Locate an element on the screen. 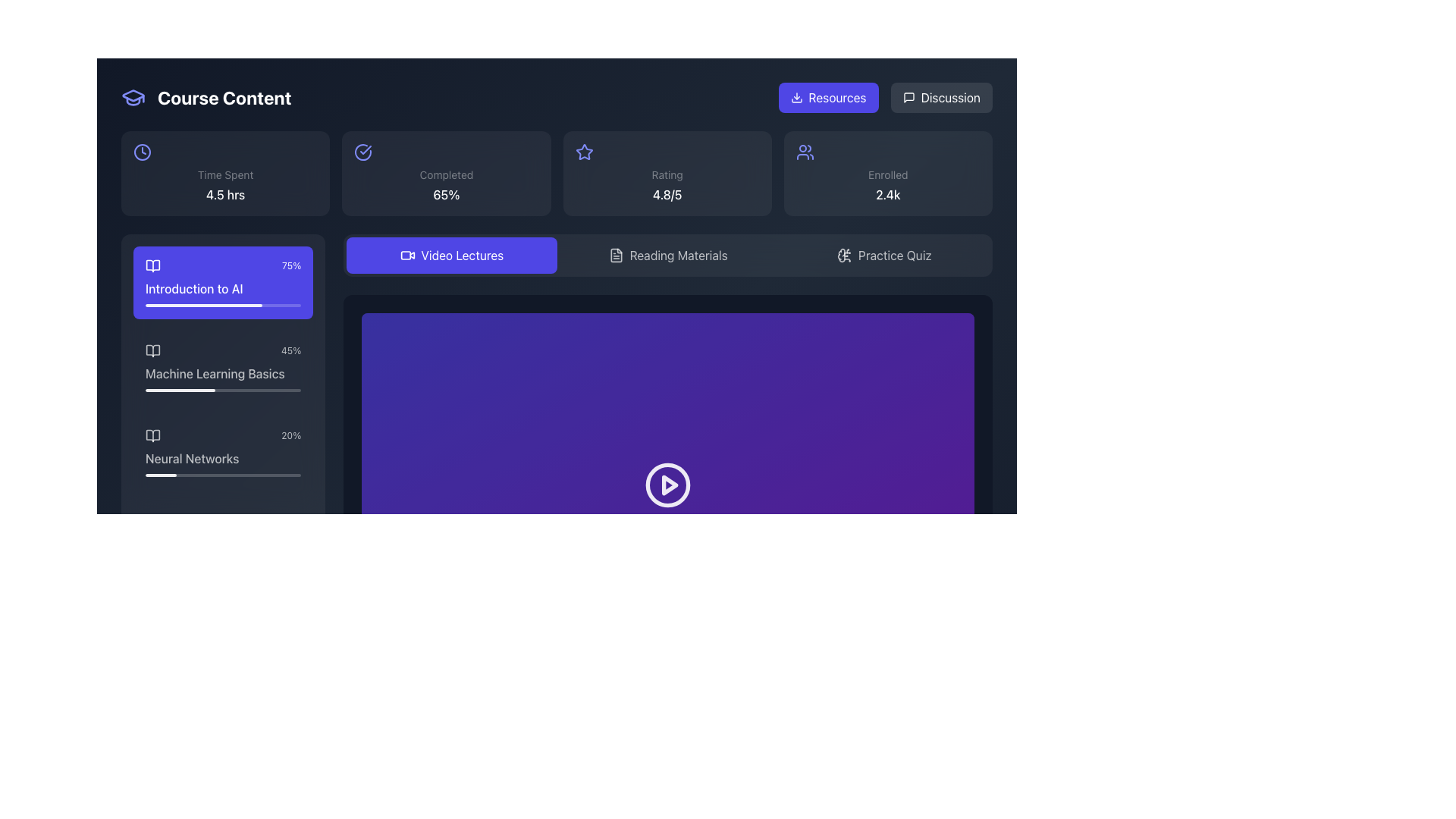 This screenshot has height=819, width=1456. the 'Completed' text label which is styled in semi-transparent white font and positioned above the percentage value '65%' in the card-like section is located at coordinates (445, 174).